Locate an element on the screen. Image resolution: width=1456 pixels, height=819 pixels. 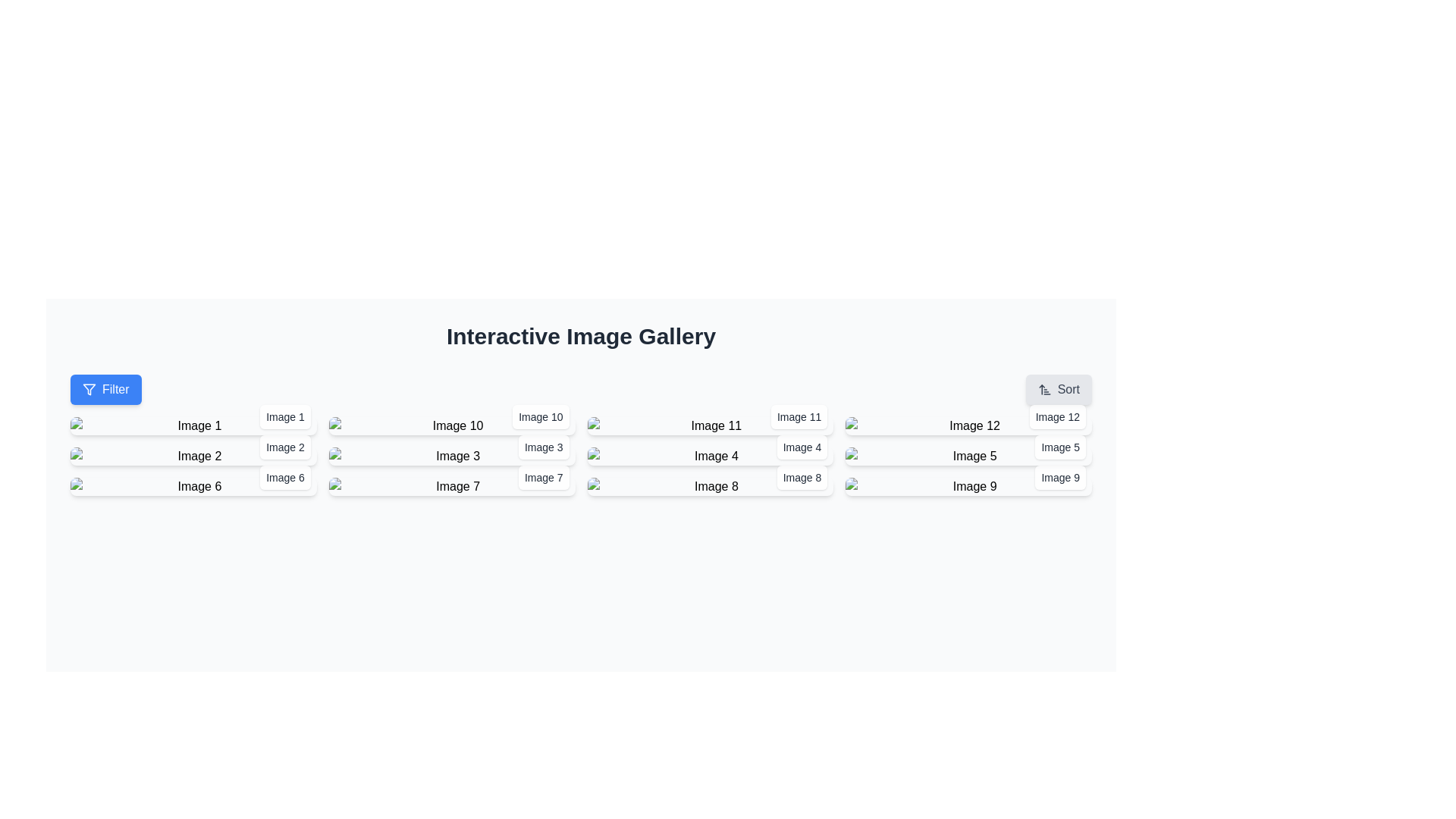
the image associated with the text label 'Image 8', which is a small, white, semi-transparent rectangular label located in the bottom-right corner of the image thumbnail is located at coordinates (801, 476).